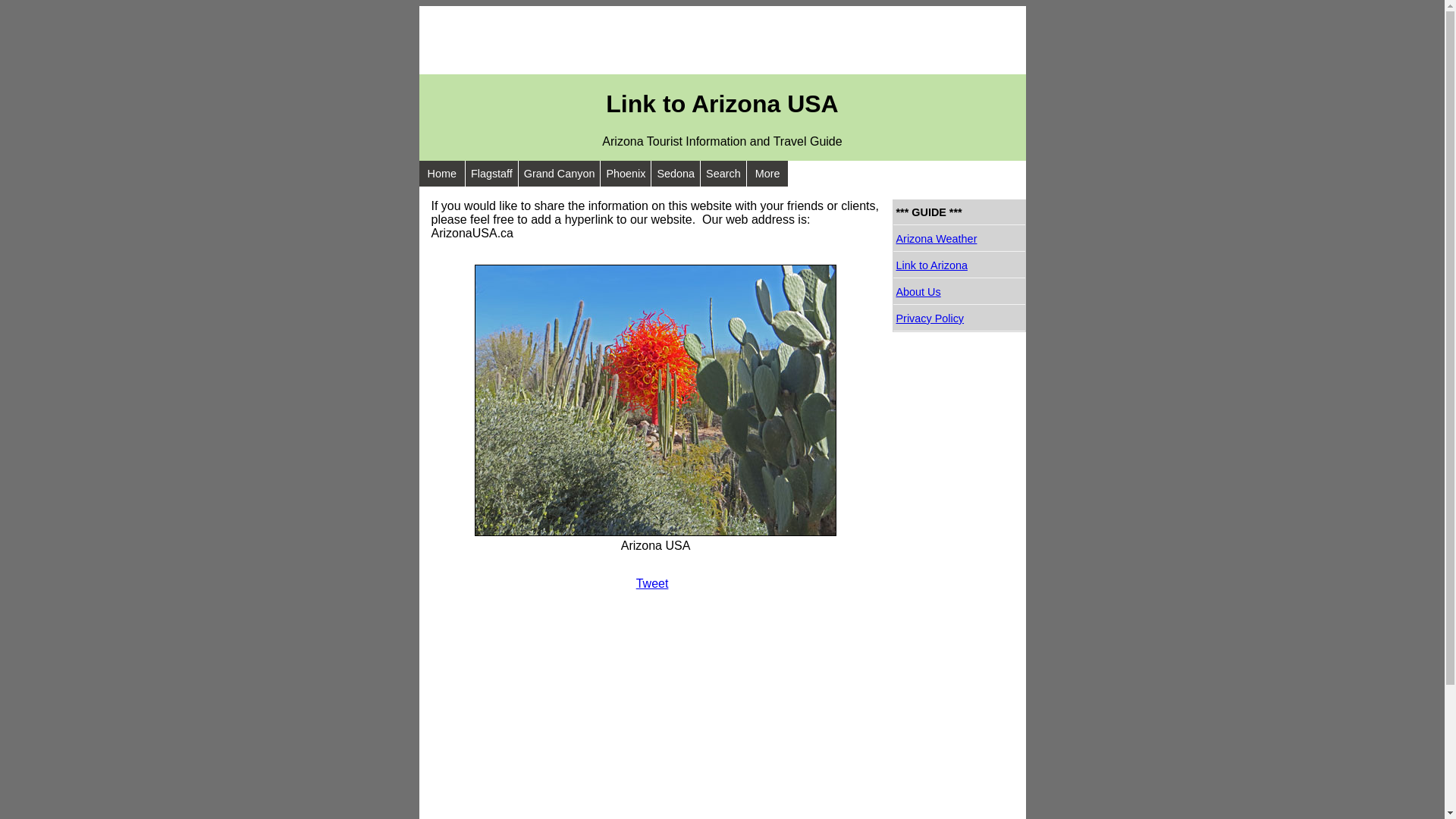 The width and height of the screenshot is (1456, 819). What do you see at coordinates (651, 172) in the screenshot?
I see `'Sedona'` at bounding box center [651, 172].